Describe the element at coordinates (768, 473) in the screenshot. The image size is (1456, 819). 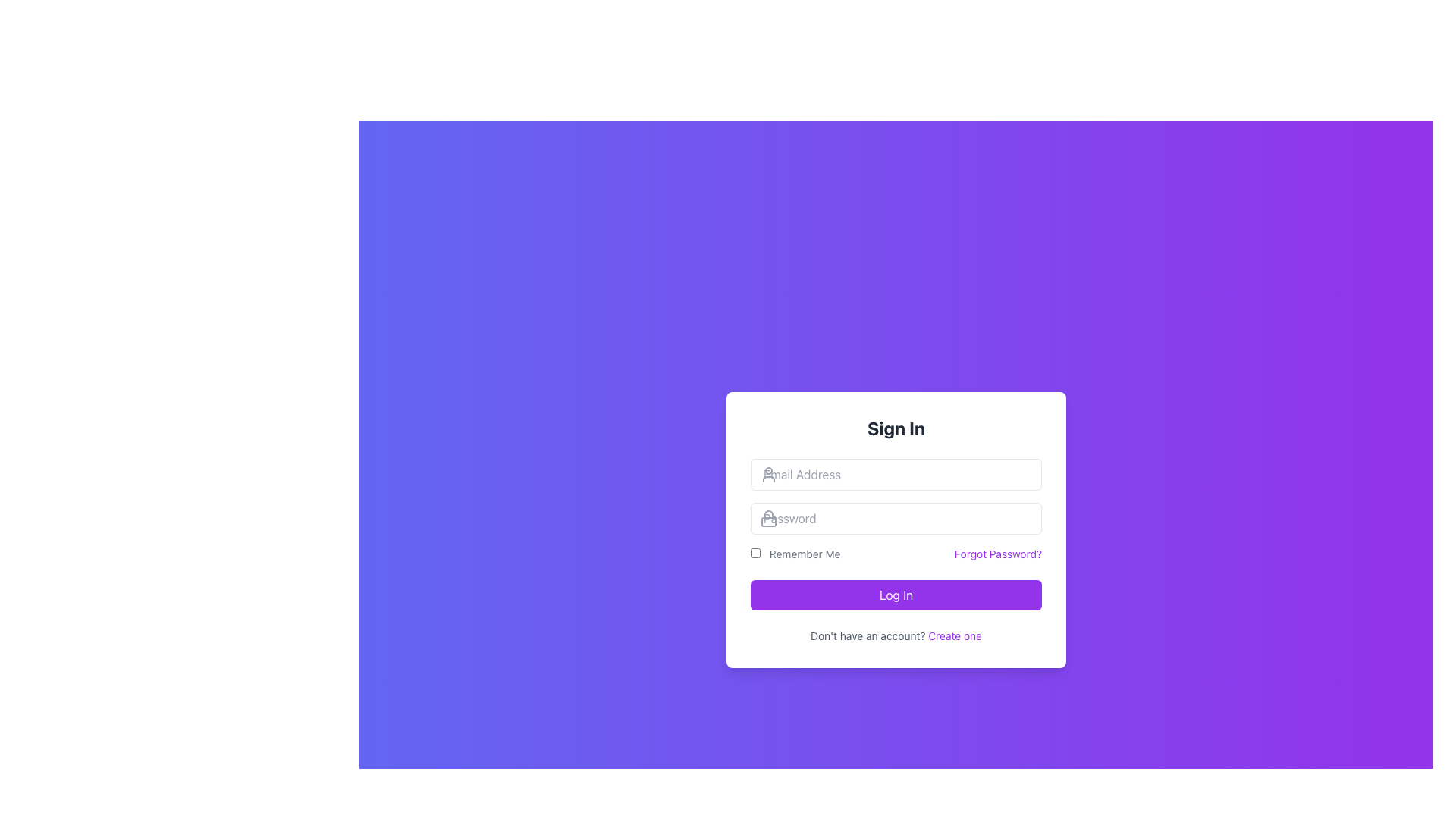
I see `the profile icon represented as an SVG graphic, which features a rounded head and shoulders outline with a gray stroke color, located to the left of the email address input box` at that location.